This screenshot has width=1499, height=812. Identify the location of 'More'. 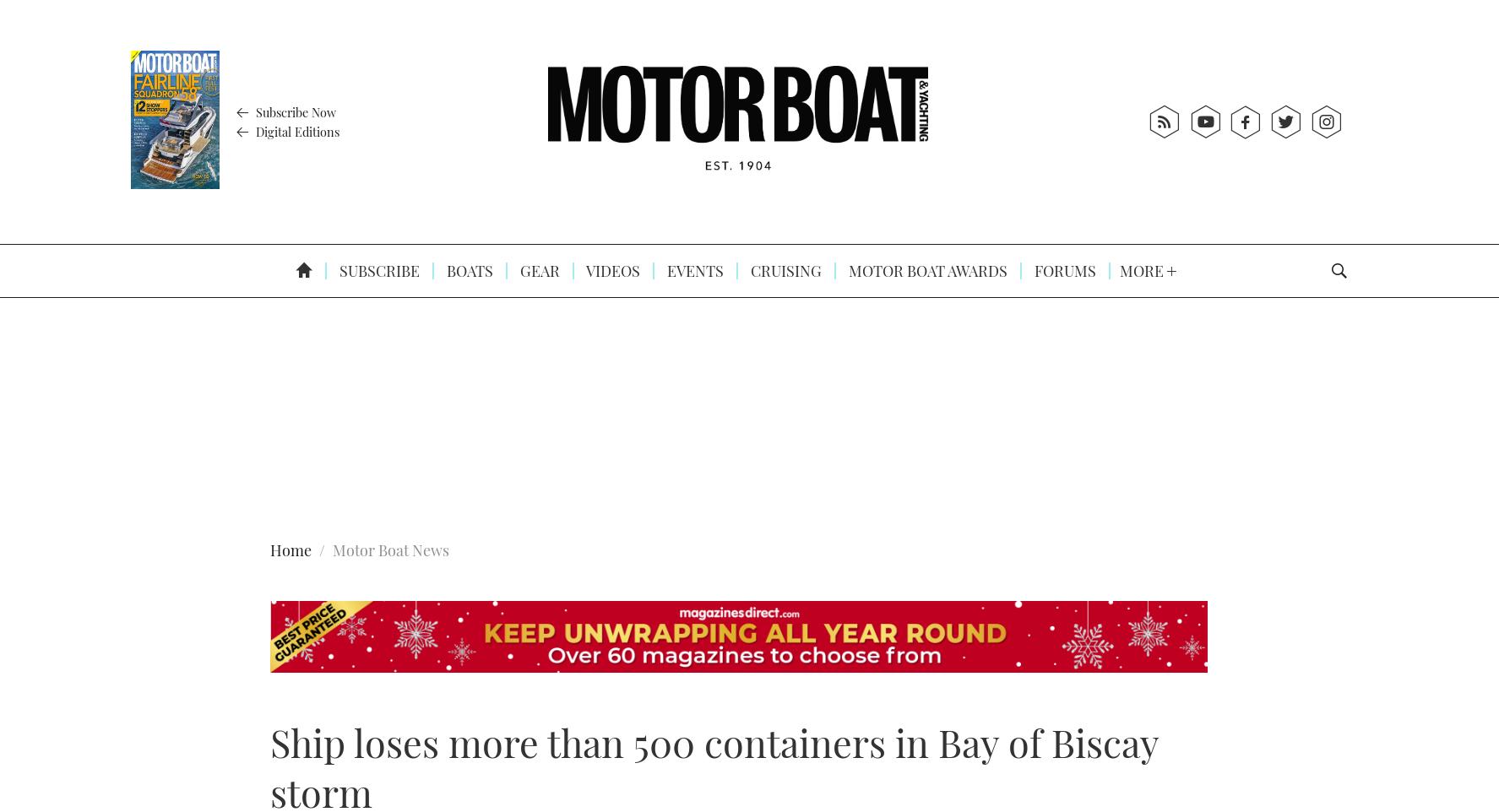
(1142, 270).